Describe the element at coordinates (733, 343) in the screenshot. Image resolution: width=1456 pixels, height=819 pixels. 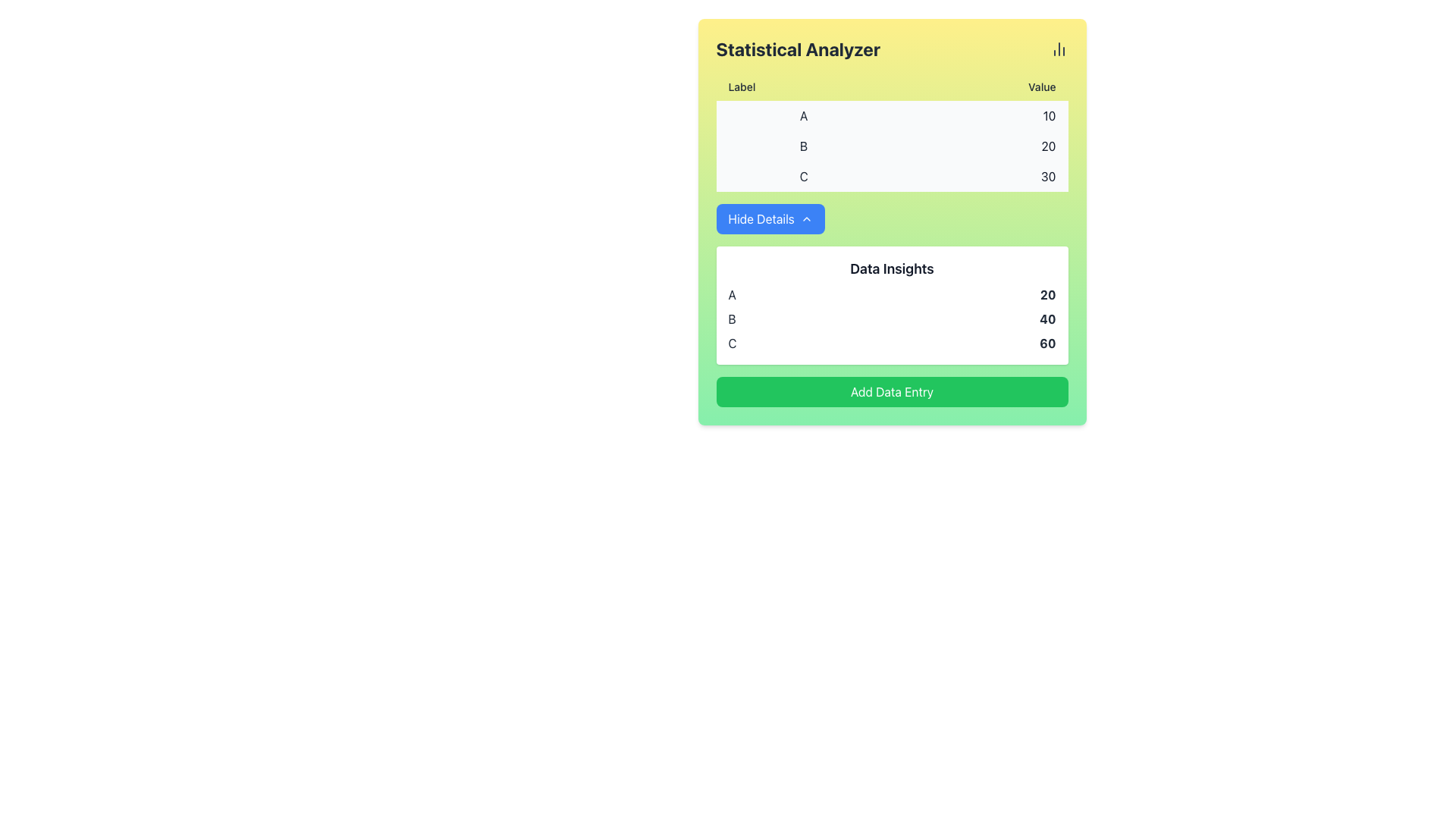
I see `the Text Label indicating 'C' in the 'Label' column of the 'Data Insights' section, which is the third label below 'B'` at that location.